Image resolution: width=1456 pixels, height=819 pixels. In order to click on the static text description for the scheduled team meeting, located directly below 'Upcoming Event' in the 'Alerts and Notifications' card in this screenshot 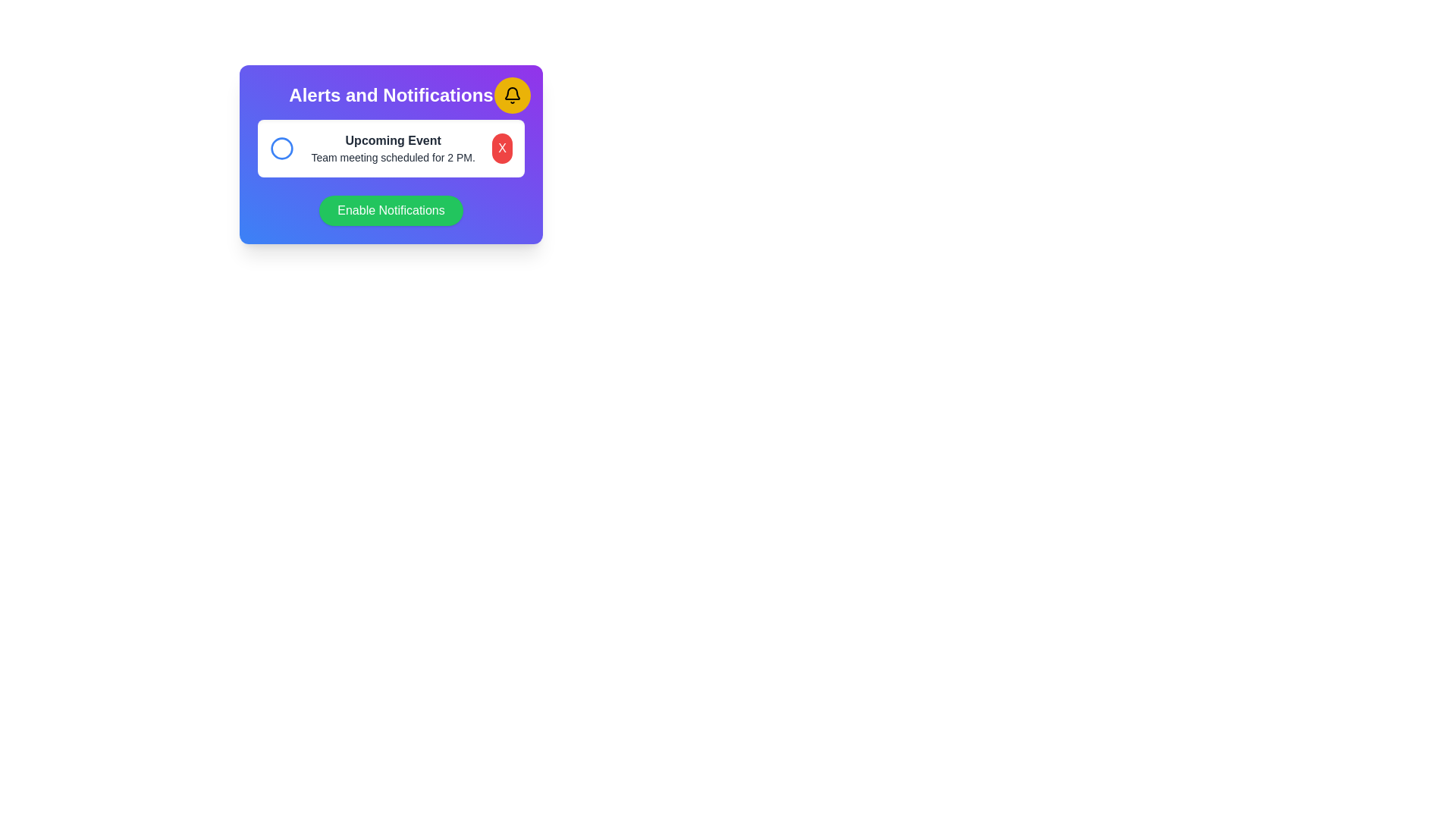, I will do `click(393, 158)`.